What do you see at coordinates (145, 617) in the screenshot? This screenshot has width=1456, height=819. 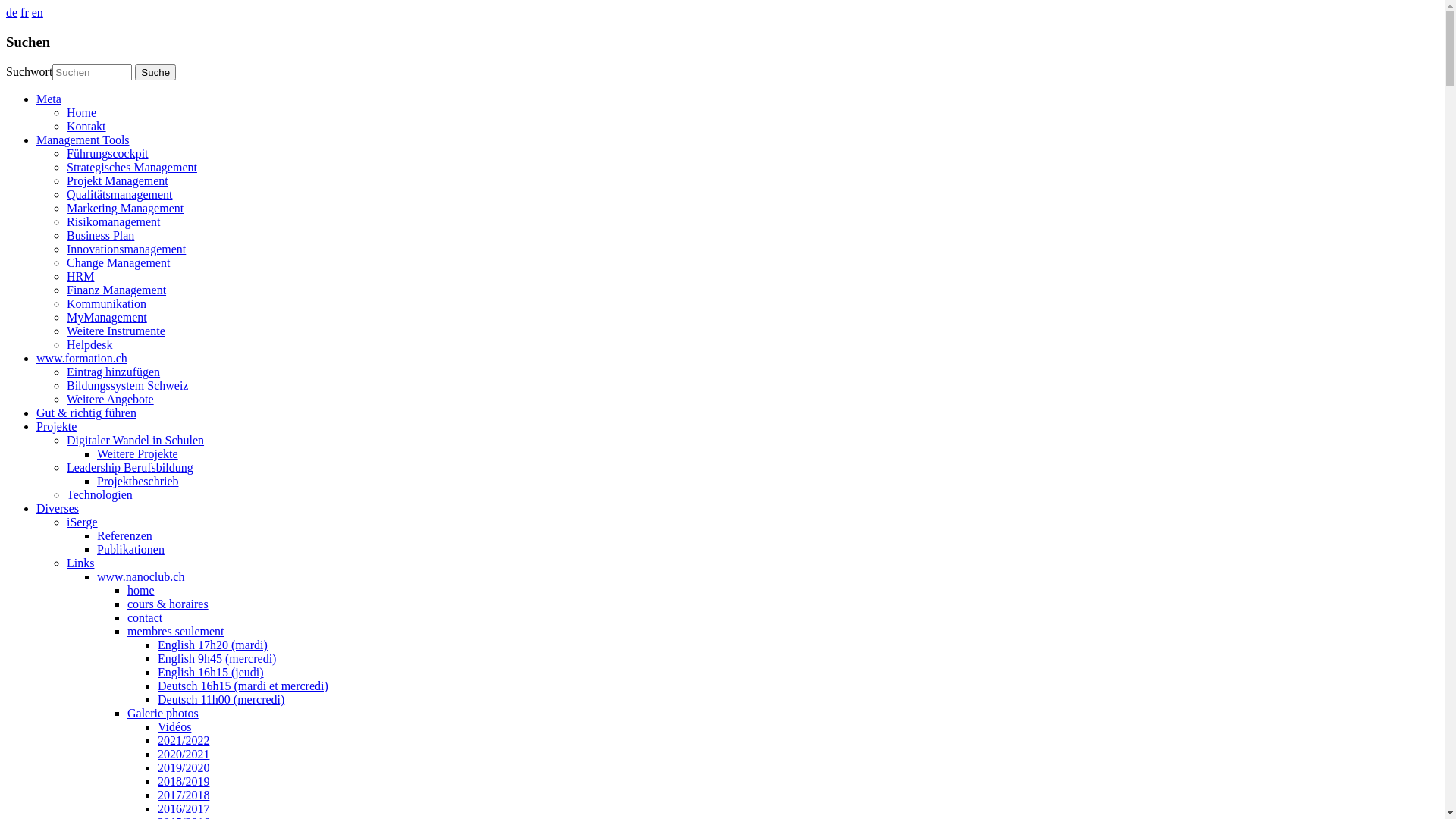 I see `'contact'` at bounding box center [145, 617].